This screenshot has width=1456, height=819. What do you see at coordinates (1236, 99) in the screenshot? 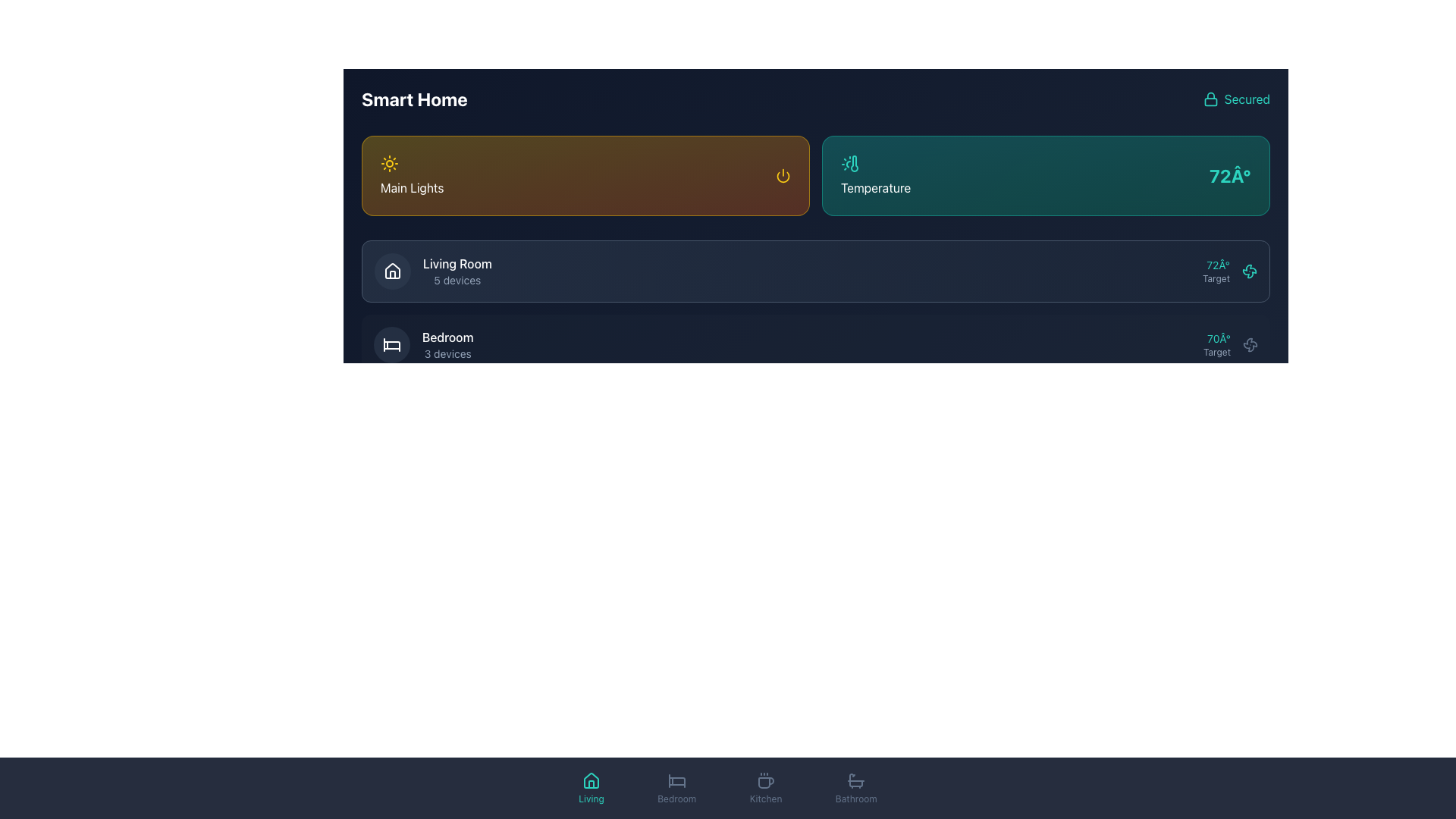
I see `the secured status label with icon in the top-right corner of the 'Smart Home' section, which provides a visual cue about the system's security` at bounding box center [1236, 99].